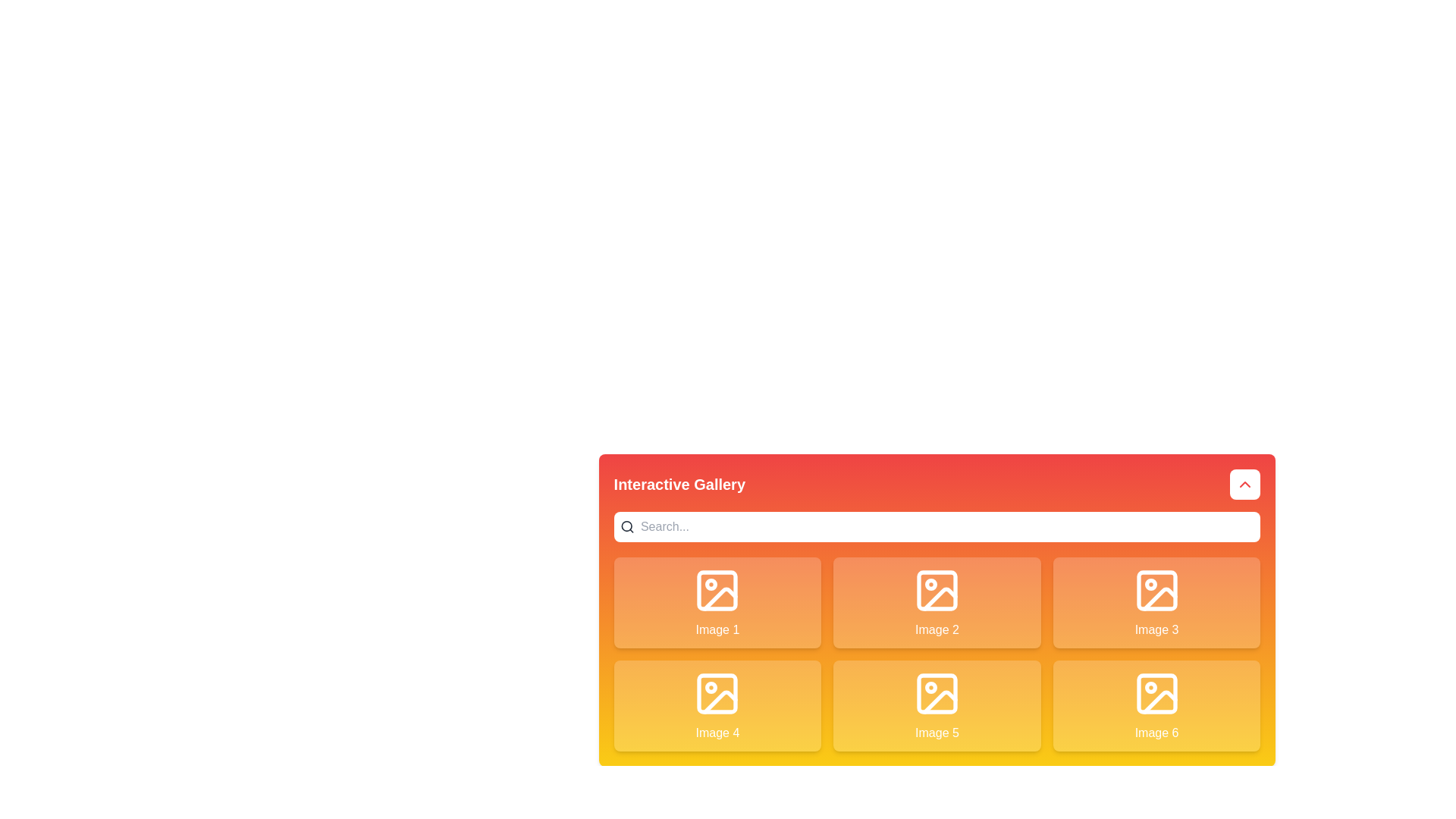 The height and width of the screenshot is (819, 1456). What do you see at coordinates (936, 590) in the screenshot?
I see `the small square-like decorative shape with rounded corners inside the image gallery icon, located in the second cell of the first row` at bounding box center [936, 590].